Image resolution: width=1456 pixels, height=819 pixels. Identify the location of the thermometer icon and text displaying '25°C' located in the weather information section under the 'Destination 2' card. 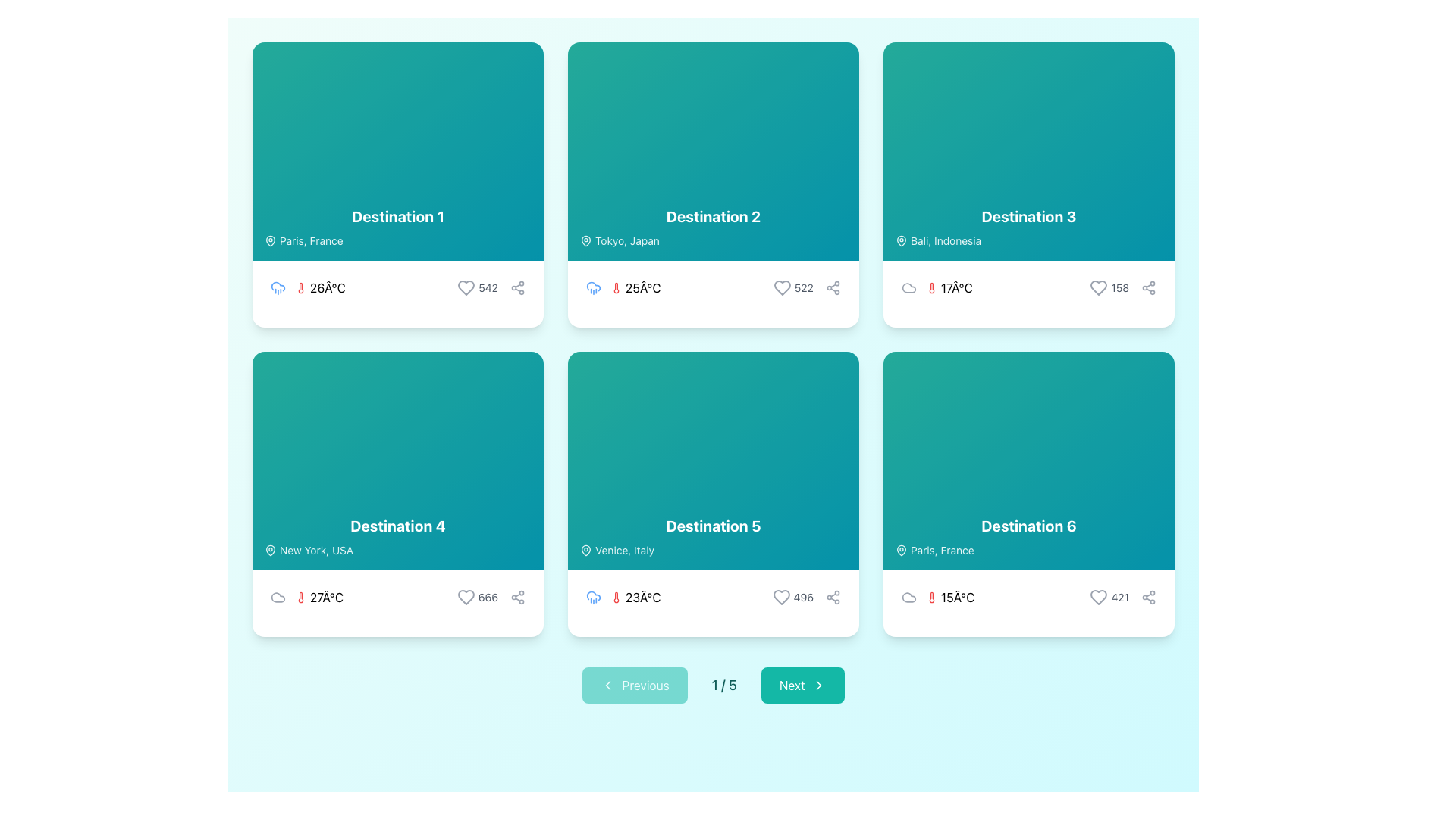
(635, 288).